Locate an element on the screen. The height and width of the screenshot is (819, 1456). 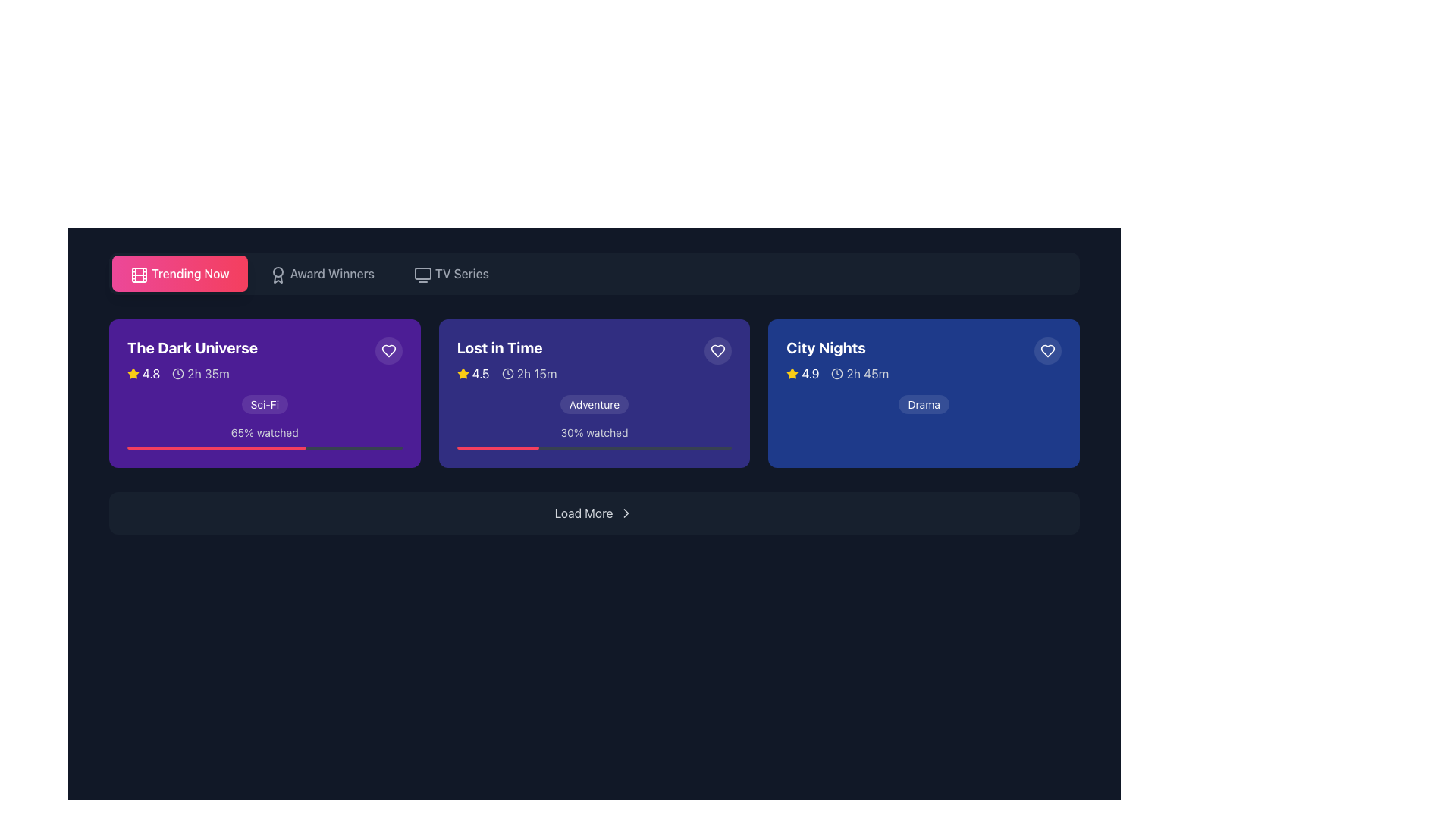
the badge label indicating the genre or category of the content 'The Dark Universe', located at the center bottom of the card, positioned below the duration and rating elements is located at coordinates (265, 403).